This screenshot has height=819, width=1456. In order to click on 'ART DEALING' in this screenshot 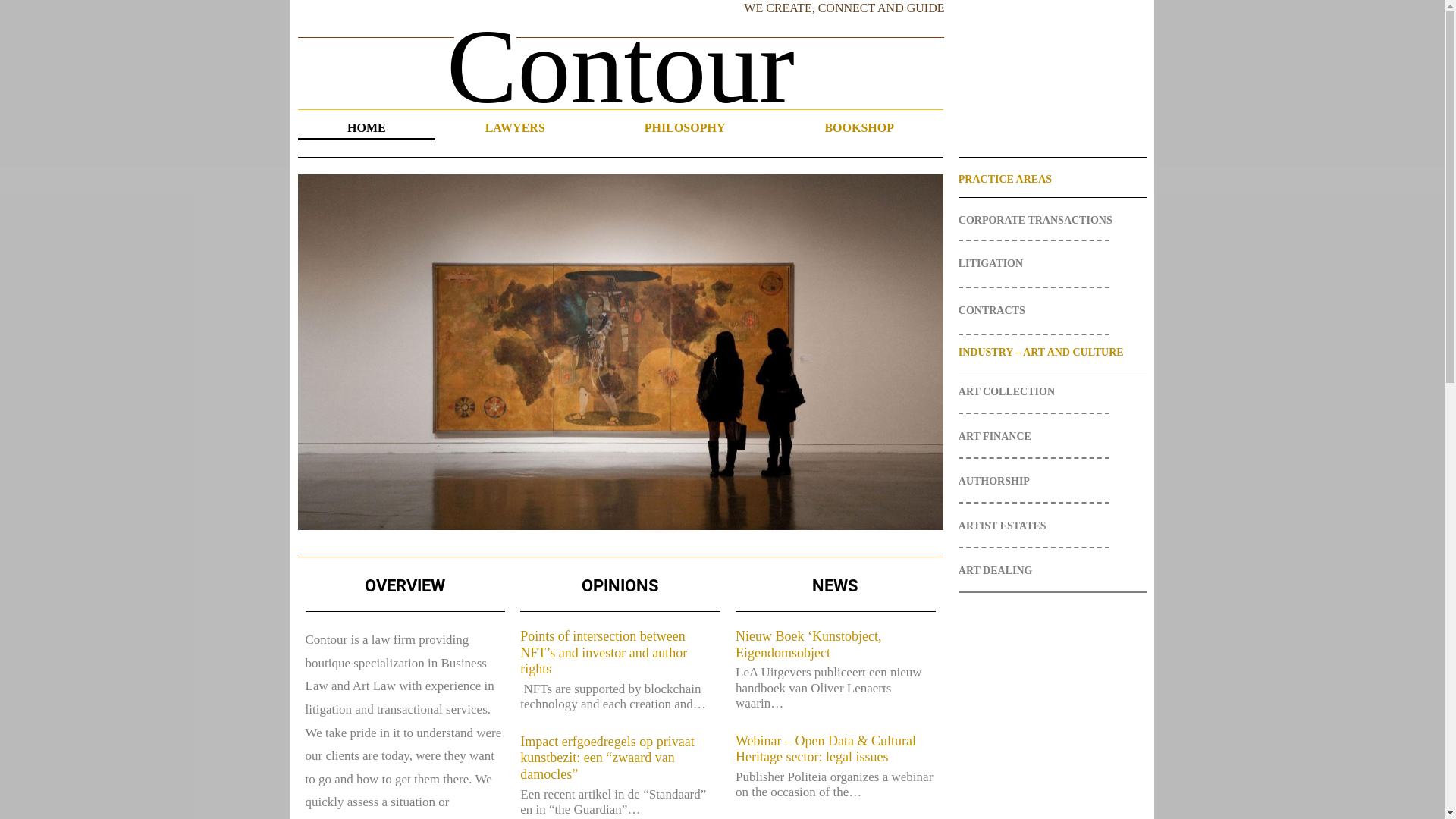, I will do `click(1052, 570)`.